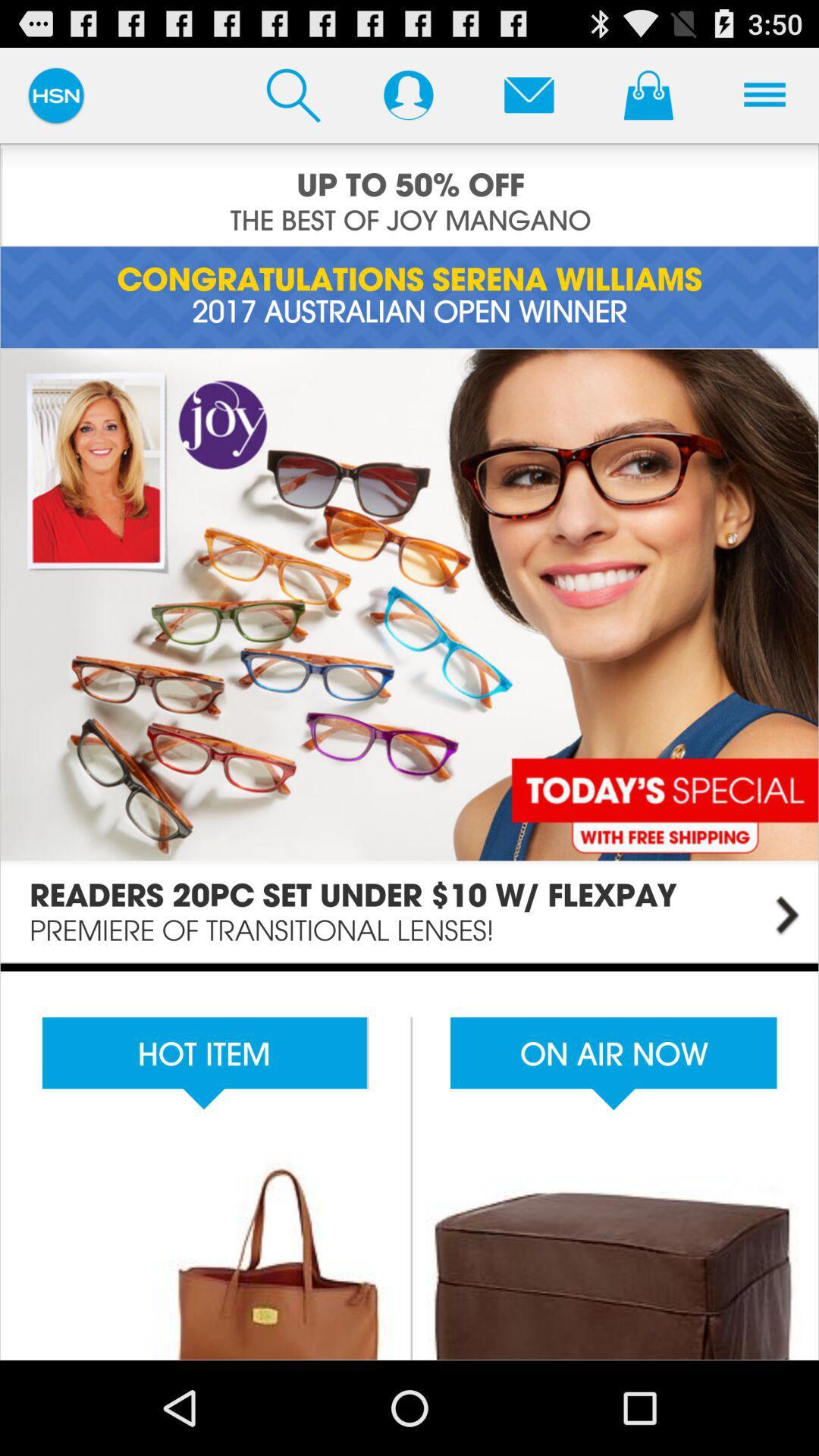 This screenshot has height=1456, width=819. What do you see at coordinates (409, 194) in the screenshot?
I see `adding advertisement` at bounding box center [409, 194].